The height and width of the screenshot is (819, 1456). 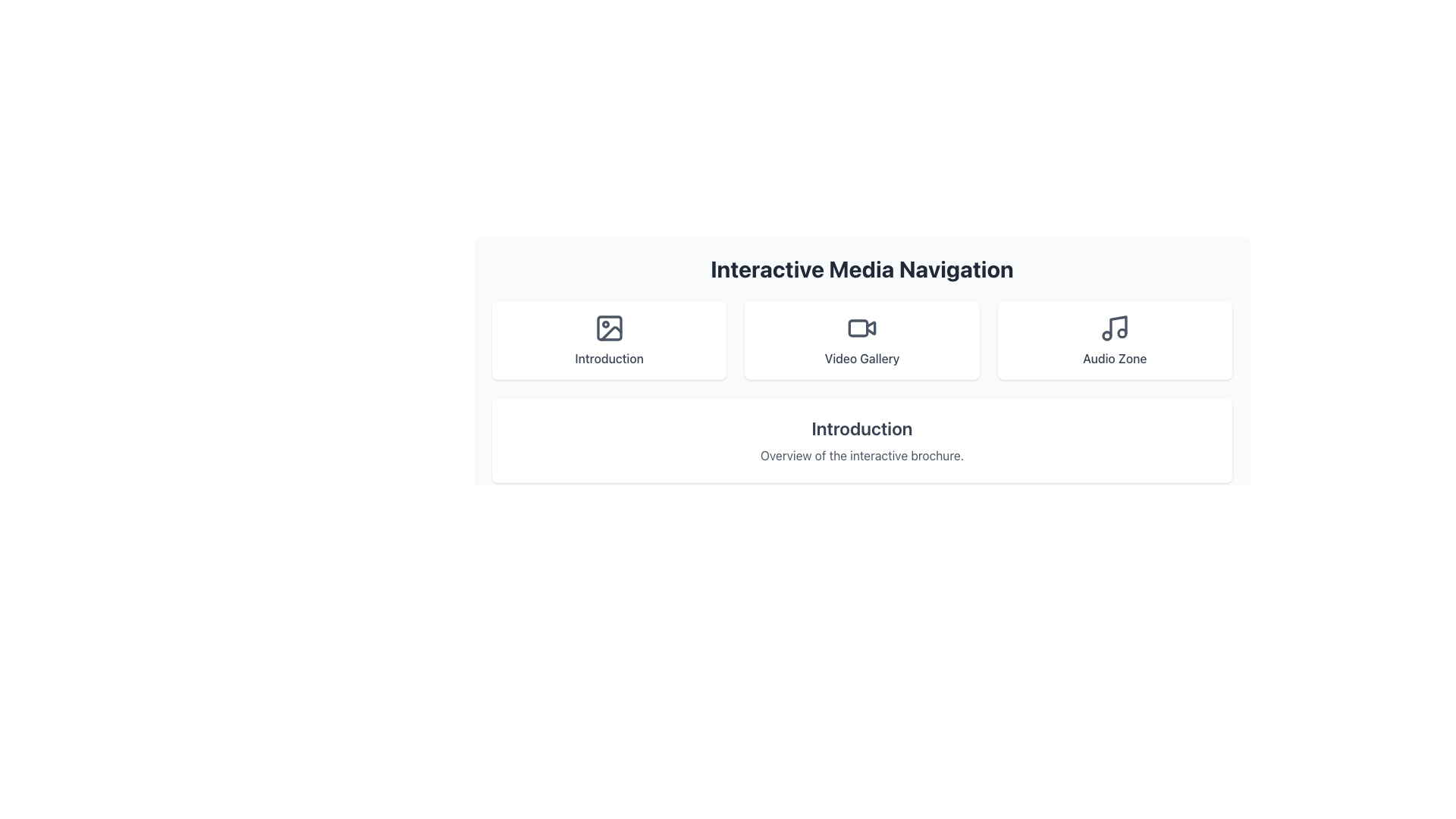 I want to click on the central triangular play icon within the 'Video Gallery' button, so click(x=871, y=327).